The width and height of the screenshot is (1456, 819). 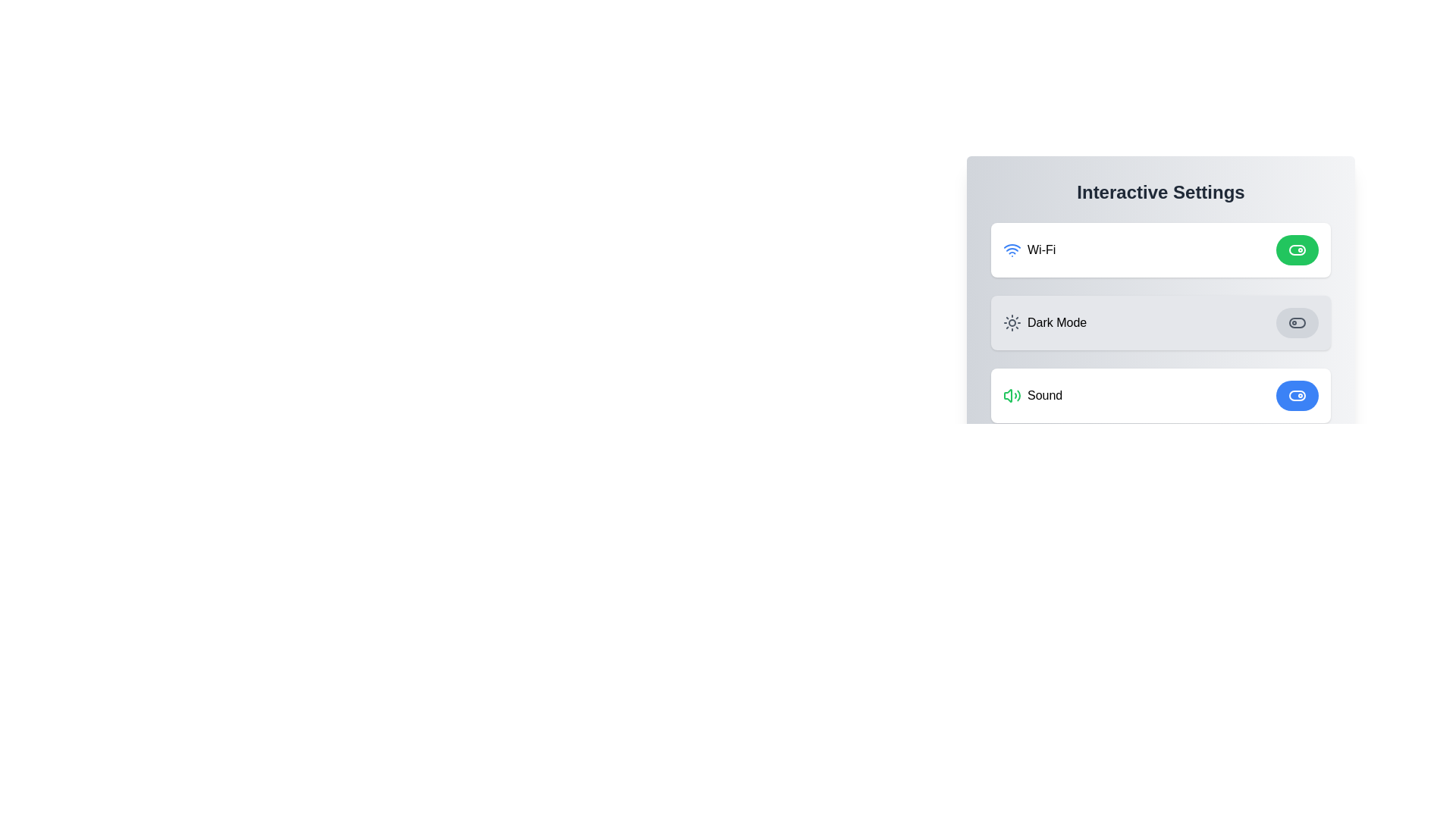 What do you see at coordinates (1296, 322) in the screenshot?
I see `the toggle switch button located to the far right of the 'Dark Mode' row in the 'Interactive Settings' interface to switch it on or off` at bounding box center [1296, 322].